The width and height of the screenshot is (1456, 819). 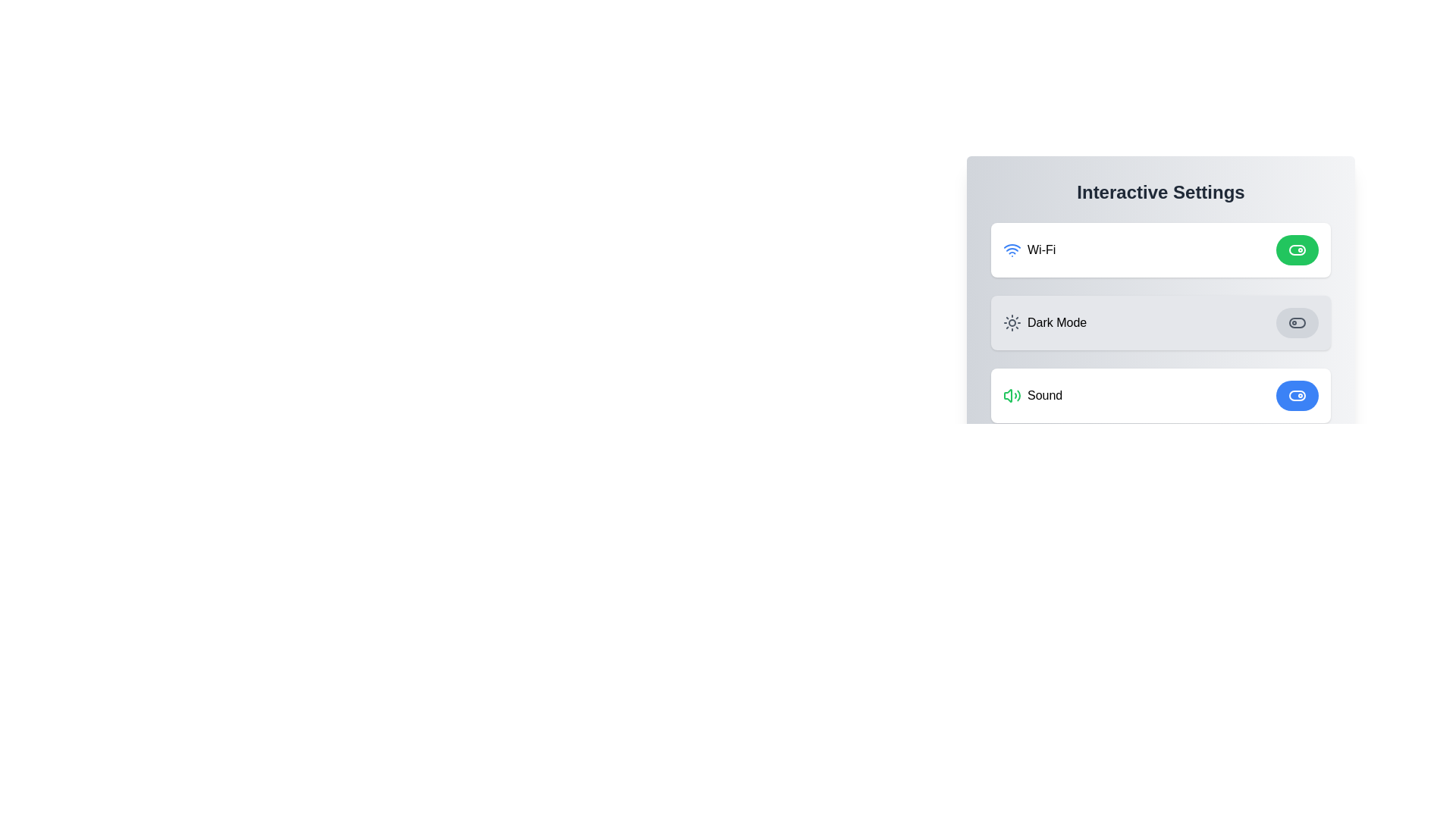 What do you see at coordinates (1296, 322) in the screenshot?
I see `the toggle switch button located to the far right of the 'Dark Mode' row in the 'Interactive Settings' interface to switch it on or off` at bounding box center [1296, 322].